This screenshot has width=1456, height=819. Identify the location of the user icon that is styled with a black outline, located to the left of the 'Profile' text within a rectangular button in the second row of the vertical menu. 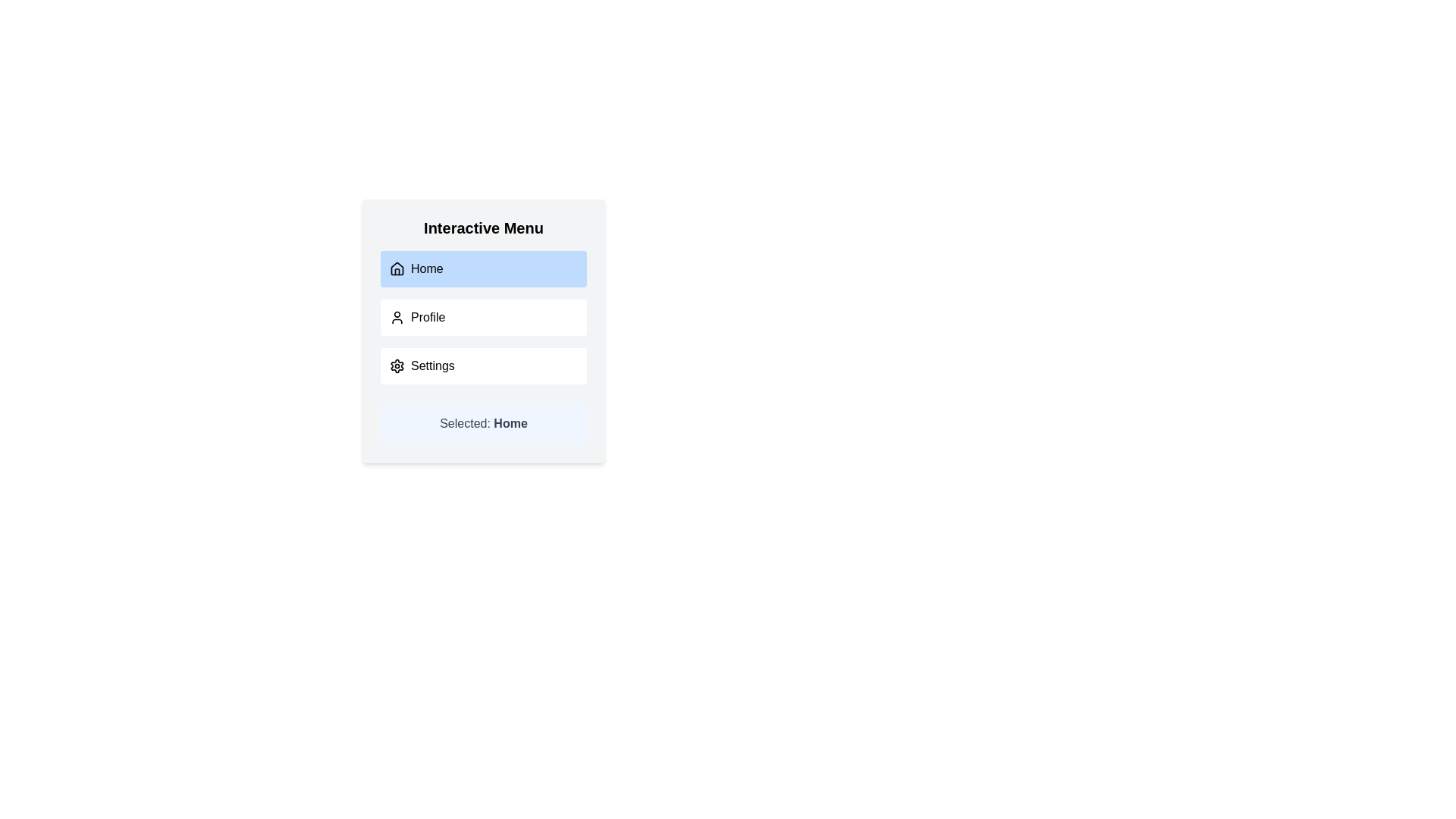
(397, 317).